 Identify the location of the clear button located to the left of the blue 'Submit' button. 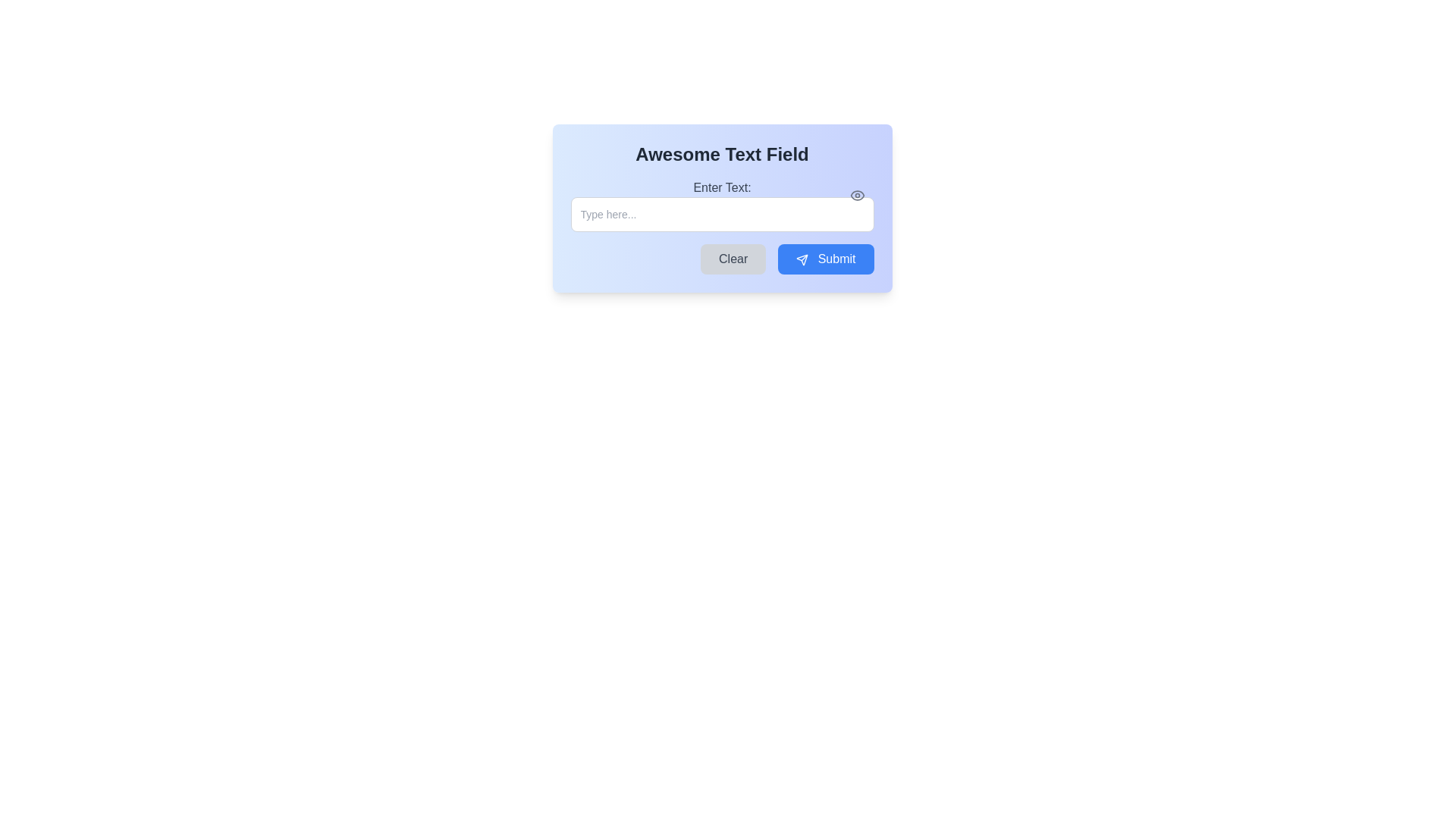
(733, 259).